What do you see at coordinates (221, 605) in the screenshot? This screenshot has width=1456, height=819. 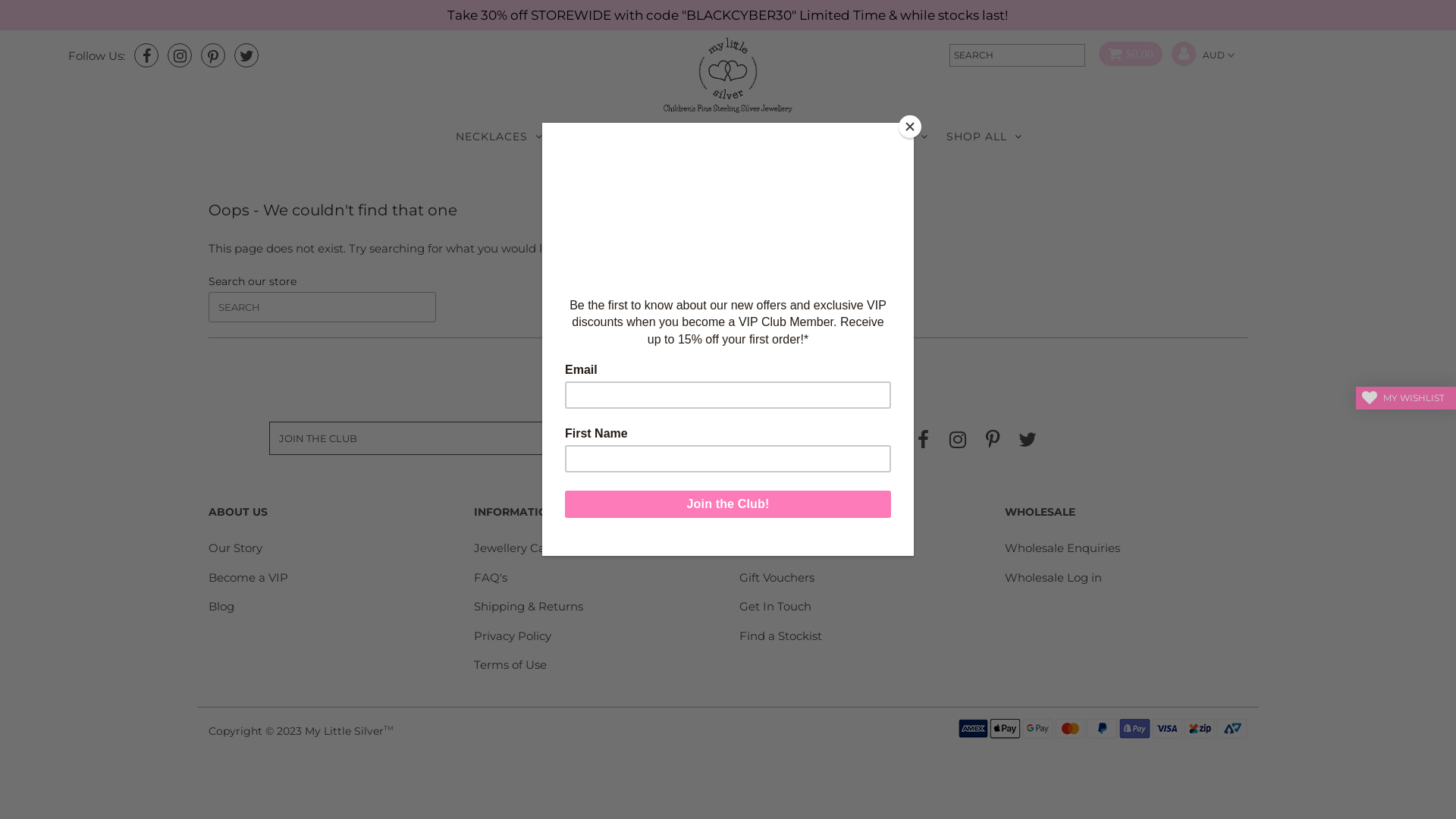 I see `'Blog'` at bounding box center [221, 605].